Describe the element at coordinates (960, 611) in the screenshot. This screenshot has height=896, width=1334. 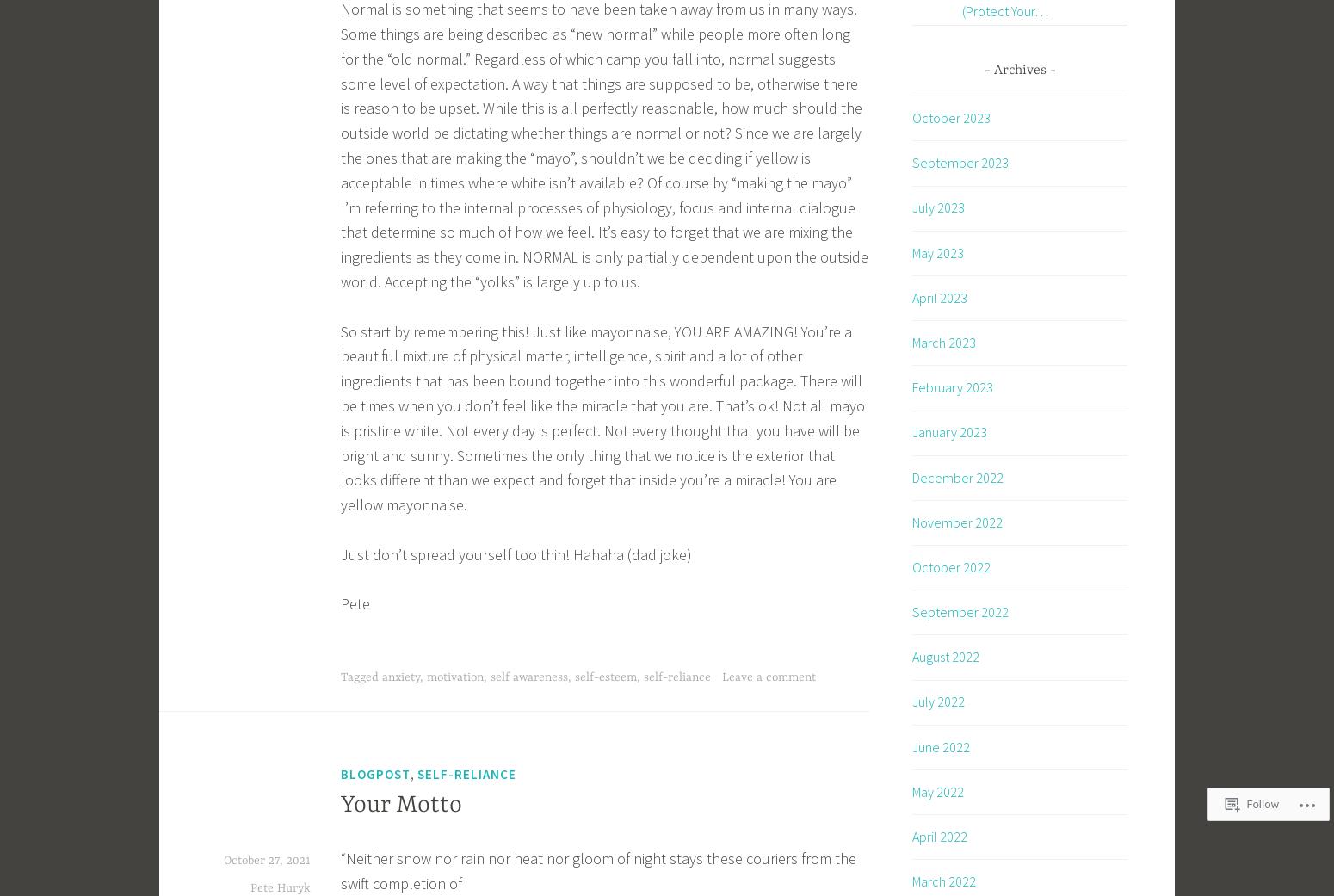
I see `'September 2022'` at that location.